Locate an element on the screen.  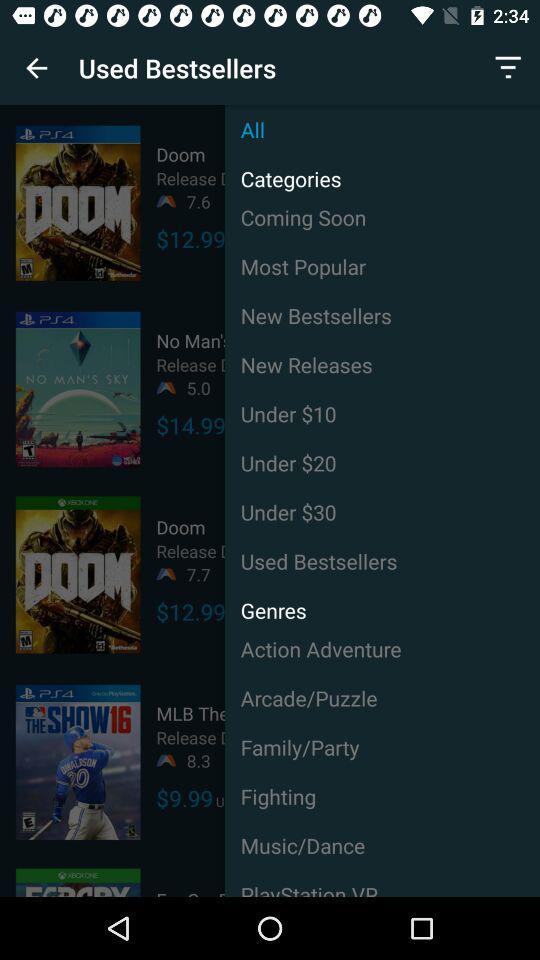
item to the left of used bestsellers is located at coordinates (36, 68).